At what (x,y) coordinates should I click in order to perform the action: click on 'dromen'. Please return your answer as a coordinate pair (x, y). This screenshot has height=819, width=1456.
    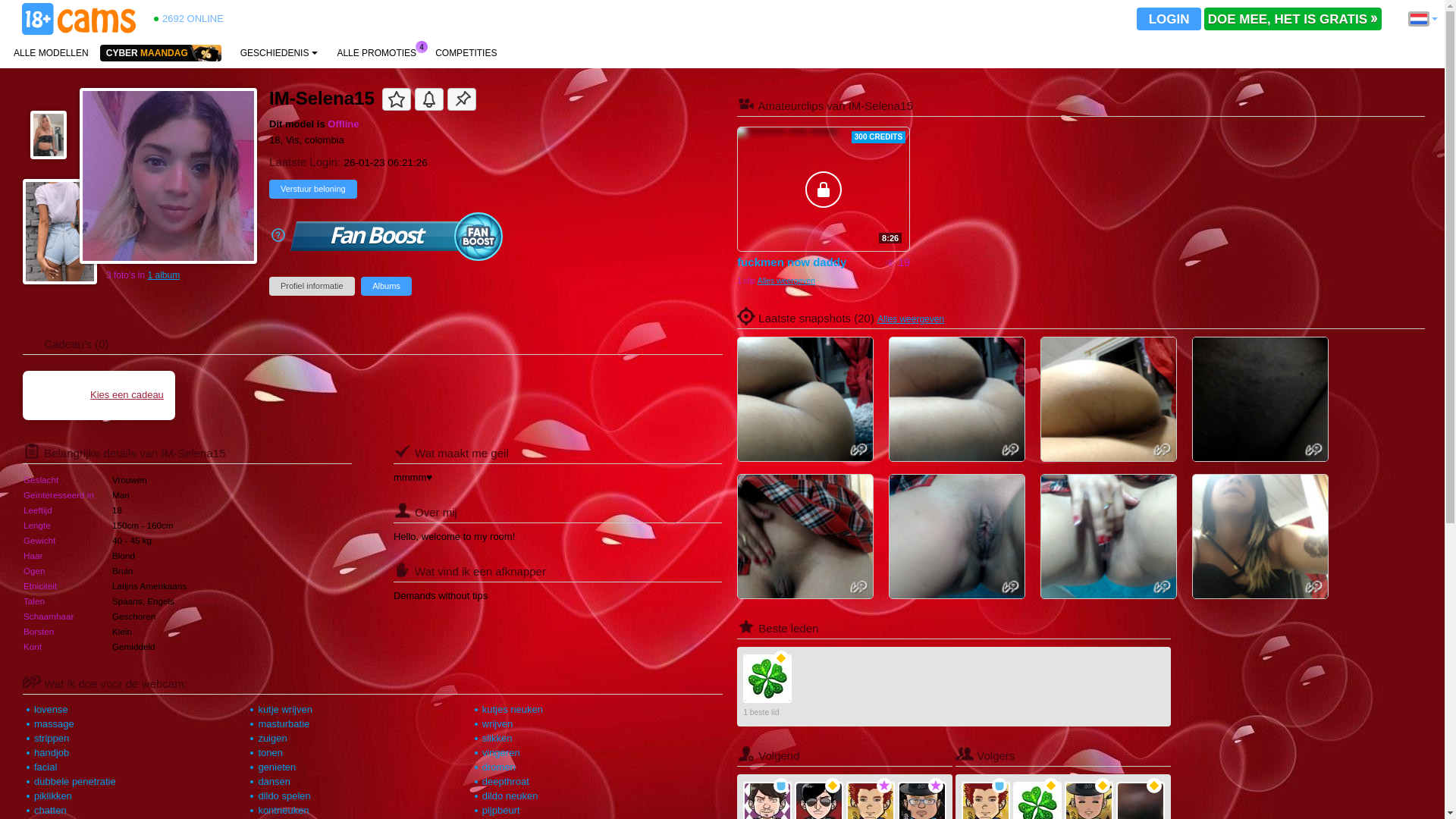
    Looking at the image, I should click on (498, 767).